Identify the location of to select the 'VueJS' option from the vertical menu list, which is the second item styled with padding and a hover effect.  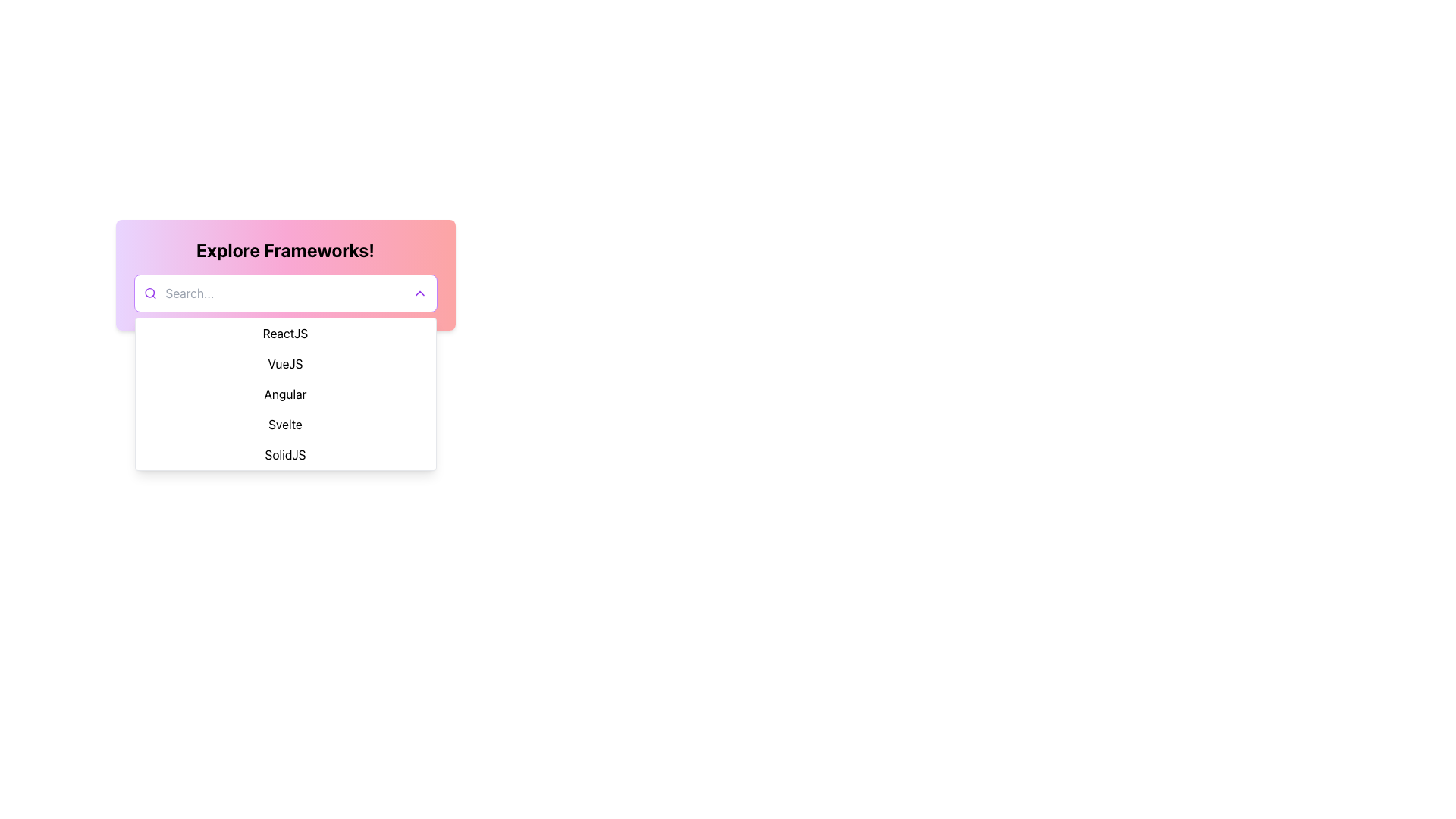
(285, 363).